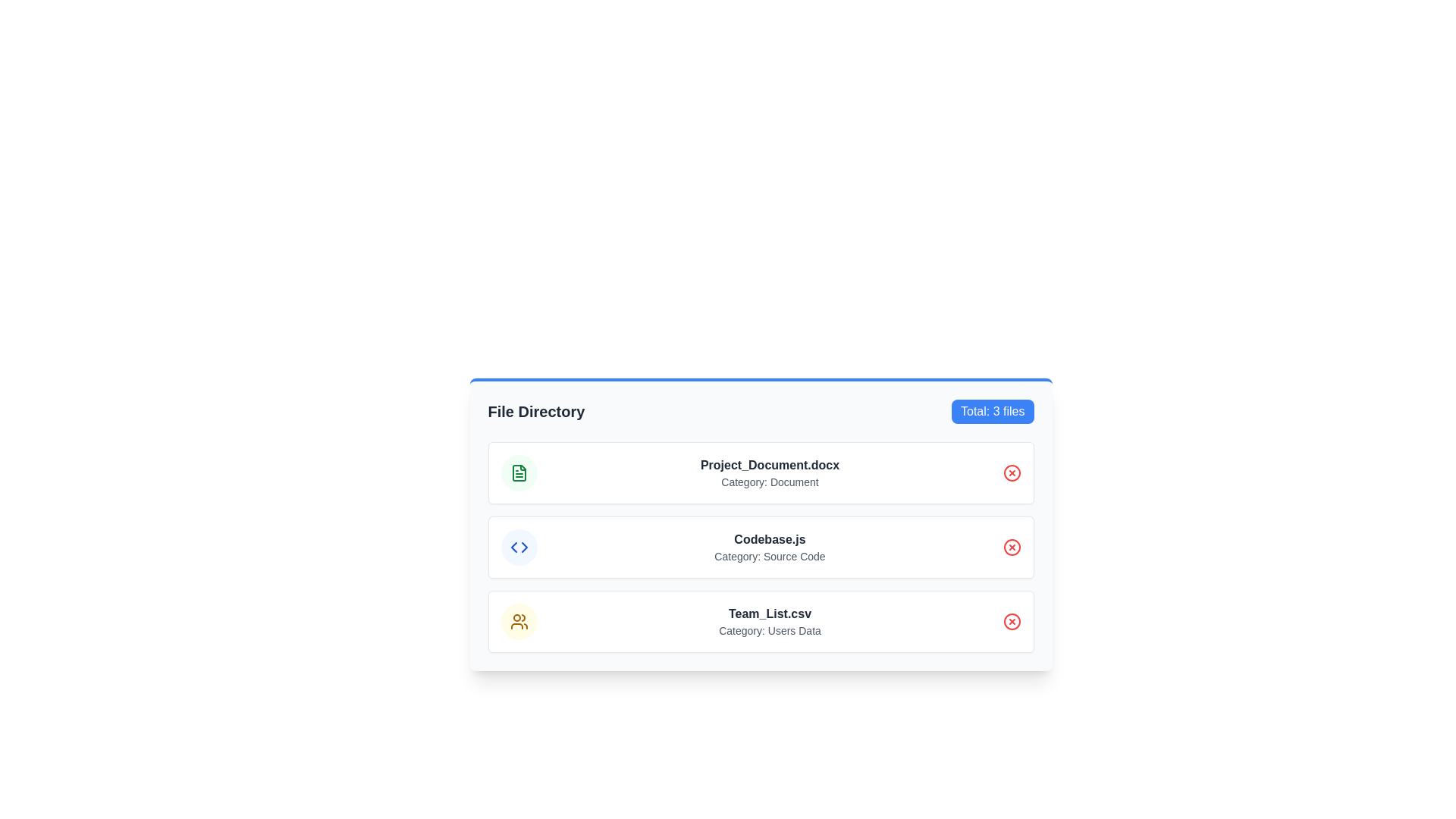 The image size is (1456, 819). What do you see at coordinates (761, 547) in the screenshot?
I see `the list item representing the file entry 'Codebase.js' in the 'File Directory' that is positioned between 'Project_Document.docx' and 'Team_List.csv'` at bounding box center [761, 547].